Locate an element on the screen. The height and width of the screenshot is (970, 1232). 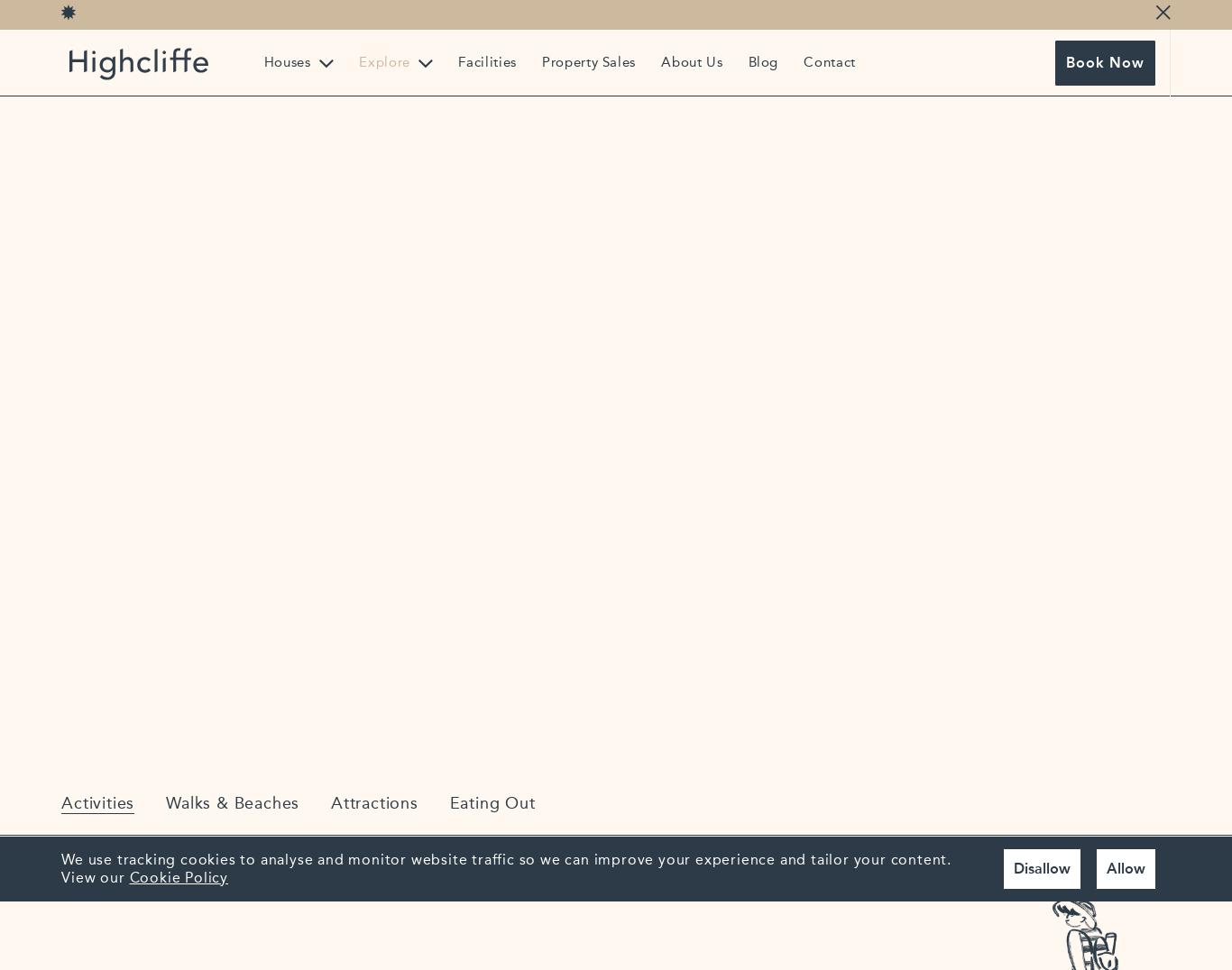
'Contact' is located at coordinates (803, 61).